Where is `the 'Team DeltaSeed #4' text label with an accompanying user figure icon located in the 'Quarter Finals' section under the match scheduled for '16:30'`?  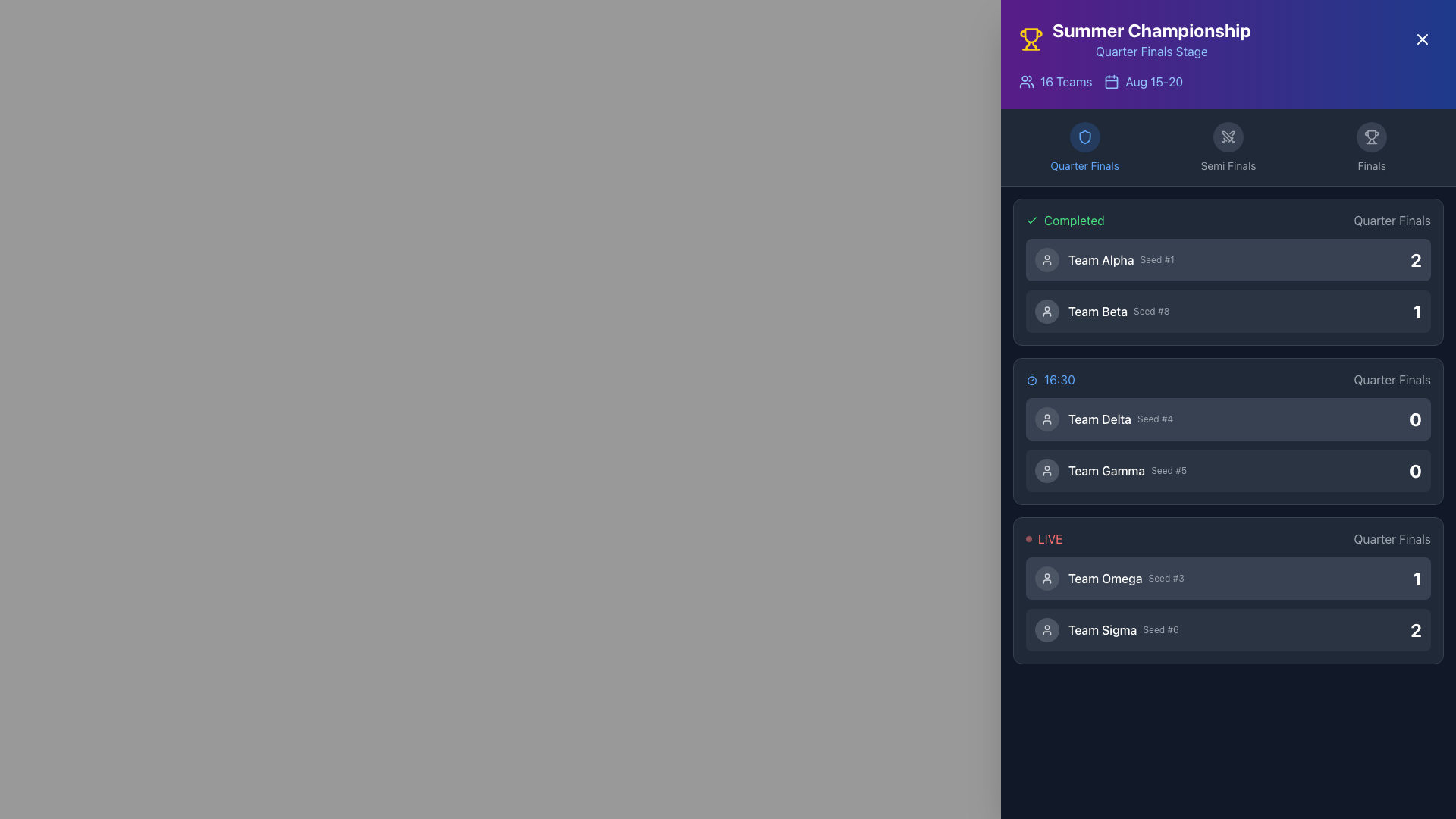
the 'Team DeltaSeed #4' text label with an accompanying user figure icon located in the 'Quarter Finals' section under the match scheduled for '16:30' is located at coordinates (1104, 419).